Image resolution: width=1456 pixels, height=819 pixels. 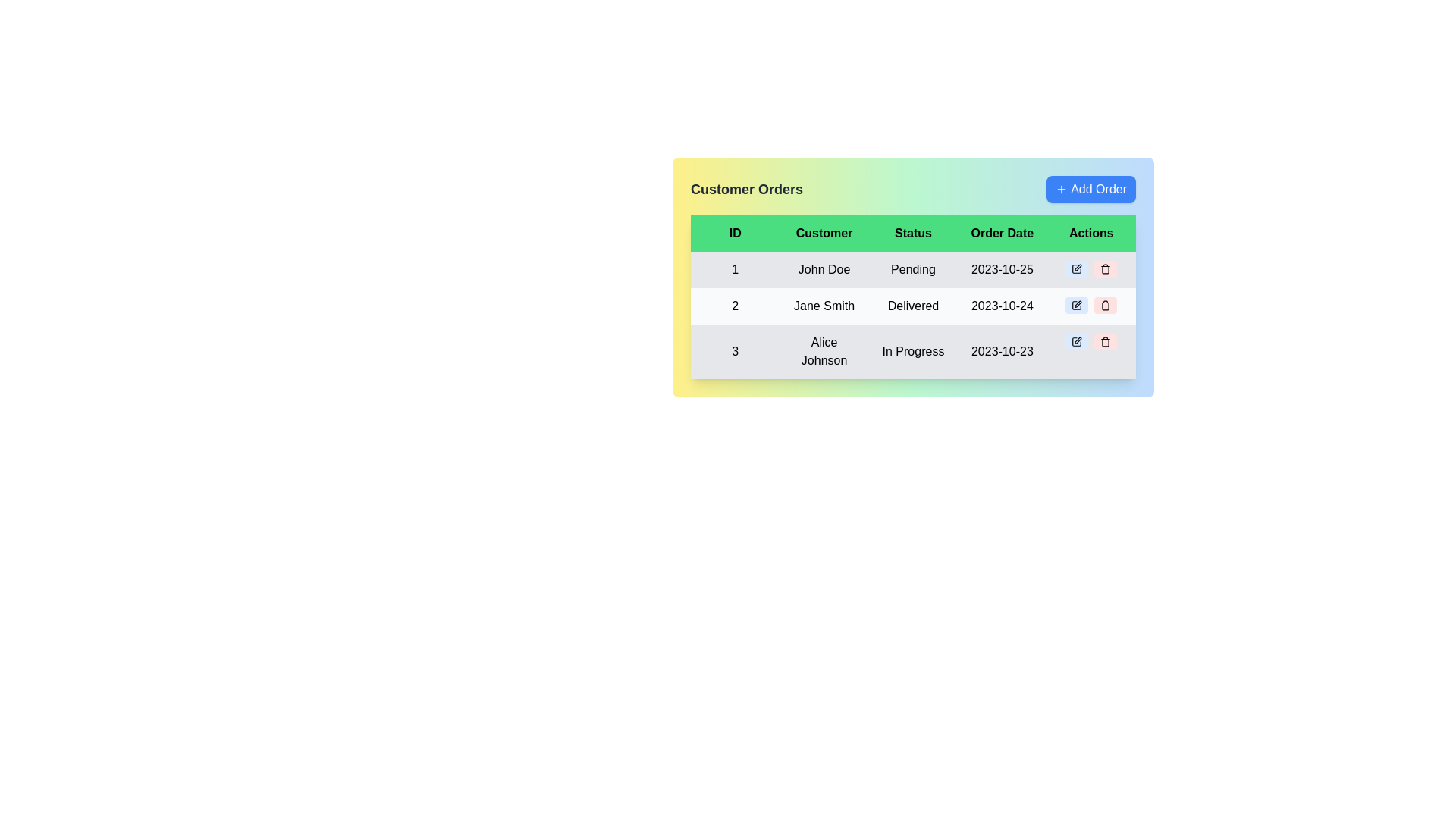 What do you see at coordinates (912, 315) in the screenshot?
I see `the second row in the order summary table for customer 'Jane Smith'` at bounding box center [912, 315].